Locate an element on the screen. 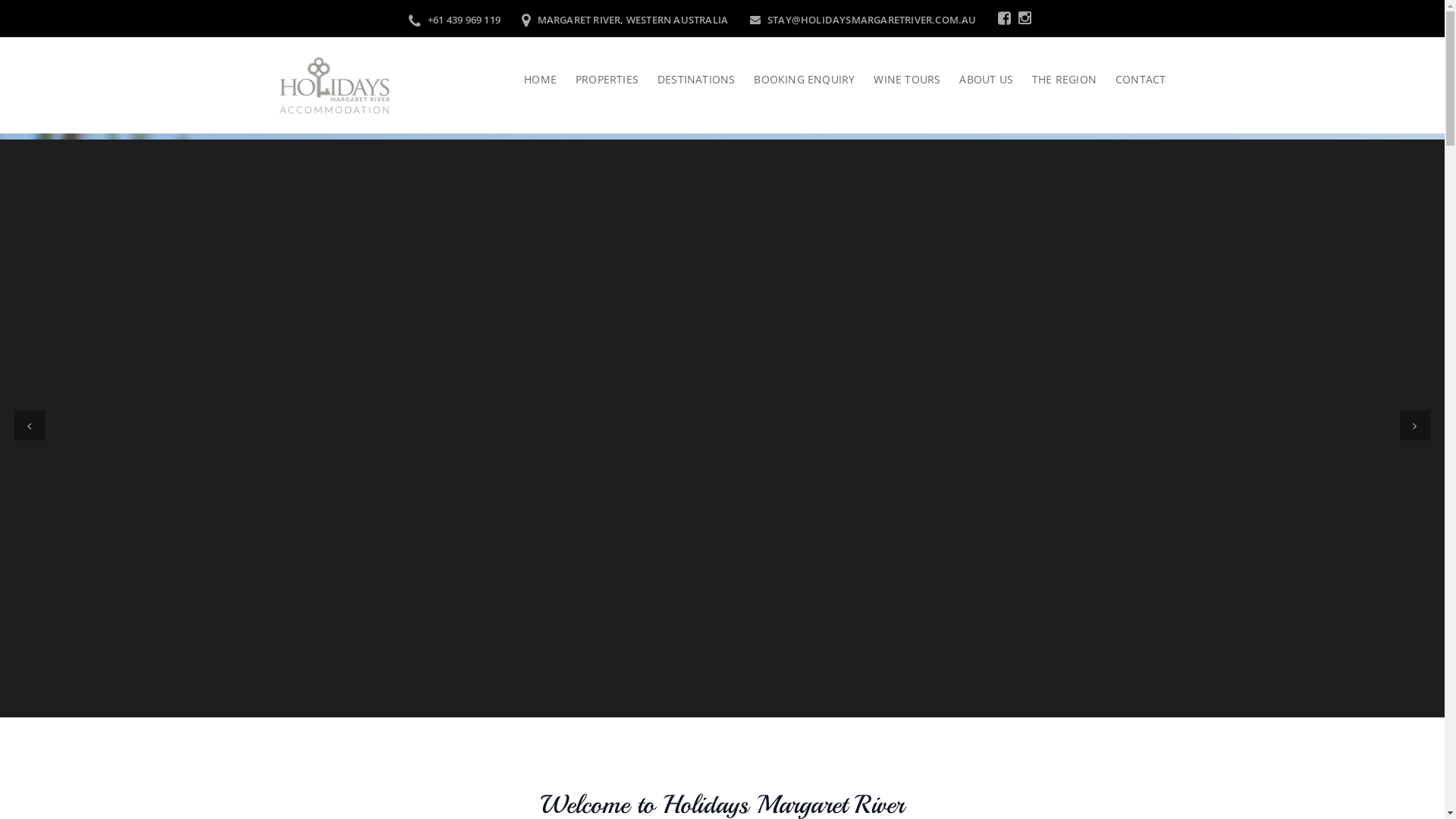 This screenshot has width=1456, height=819. 'HOME' is located at coordinates (540, 79).